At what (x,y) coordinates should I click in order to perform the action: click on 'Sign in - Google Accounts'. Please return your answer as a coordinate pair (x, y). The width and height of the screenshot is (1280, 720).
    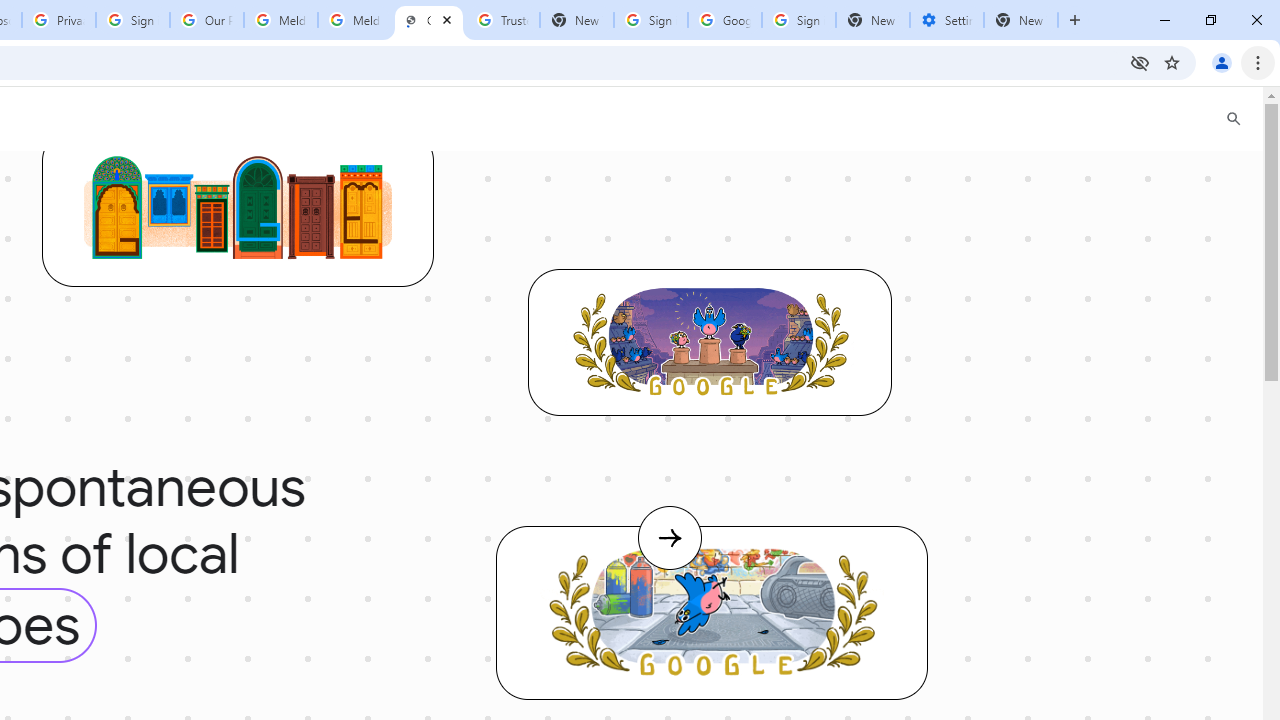
    Looking at the image, I should click on (651, 20).